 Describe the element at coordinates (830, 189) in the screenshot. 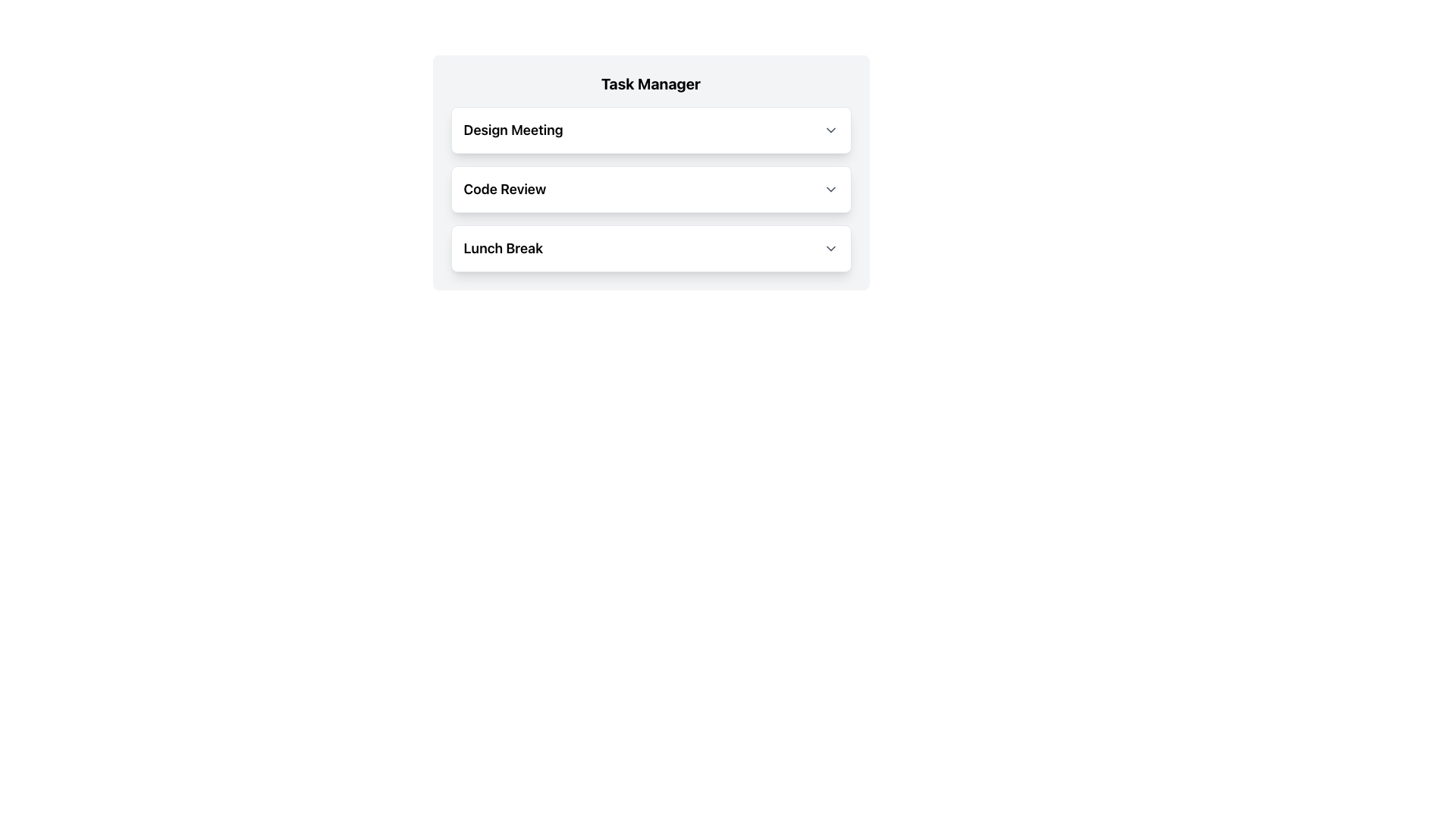

I see `the dropdown menu icon next to the 'Code Review' button` at that location.